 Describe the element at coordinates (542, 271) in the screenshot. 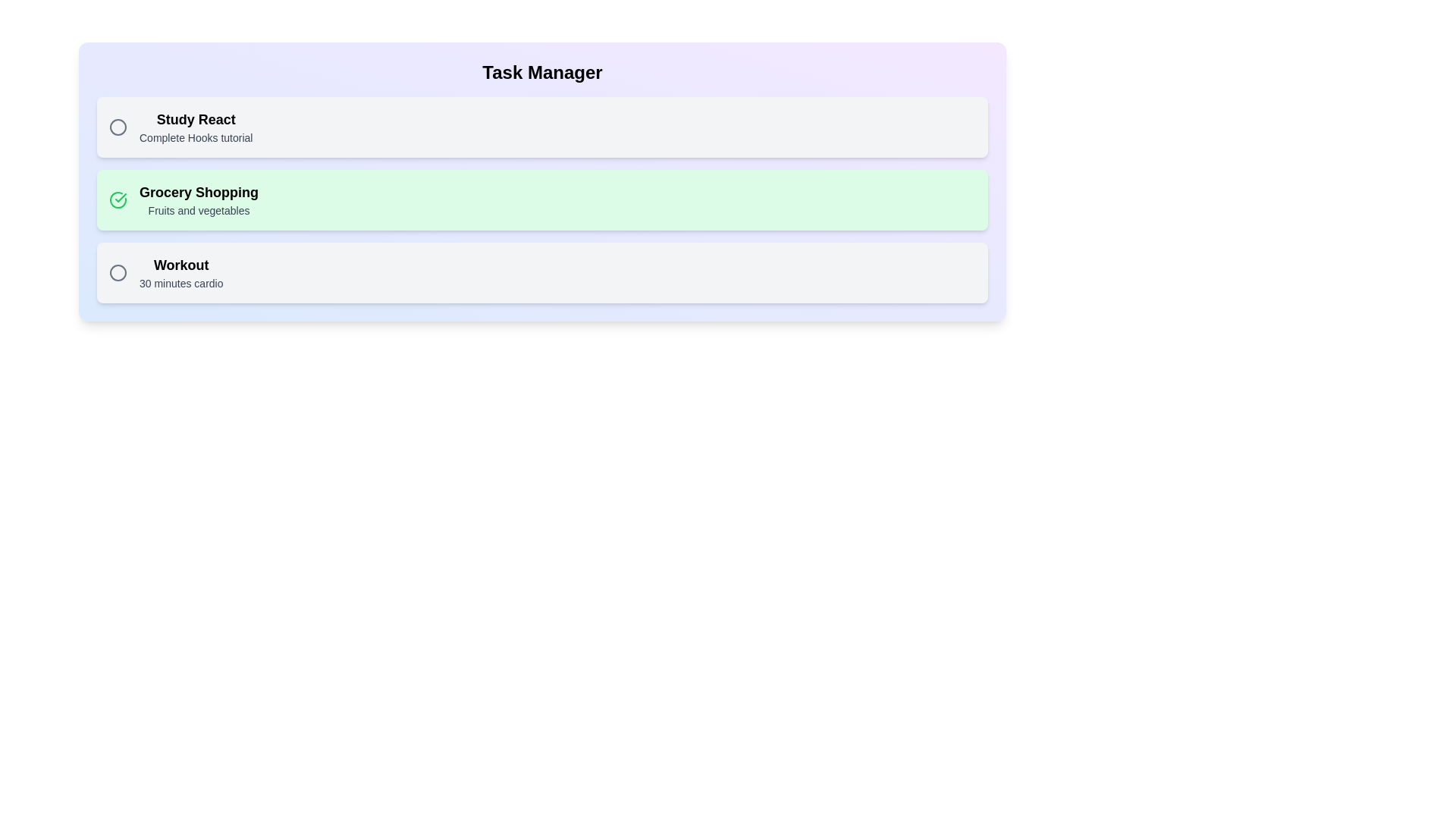

I see `the third task card` at that location.